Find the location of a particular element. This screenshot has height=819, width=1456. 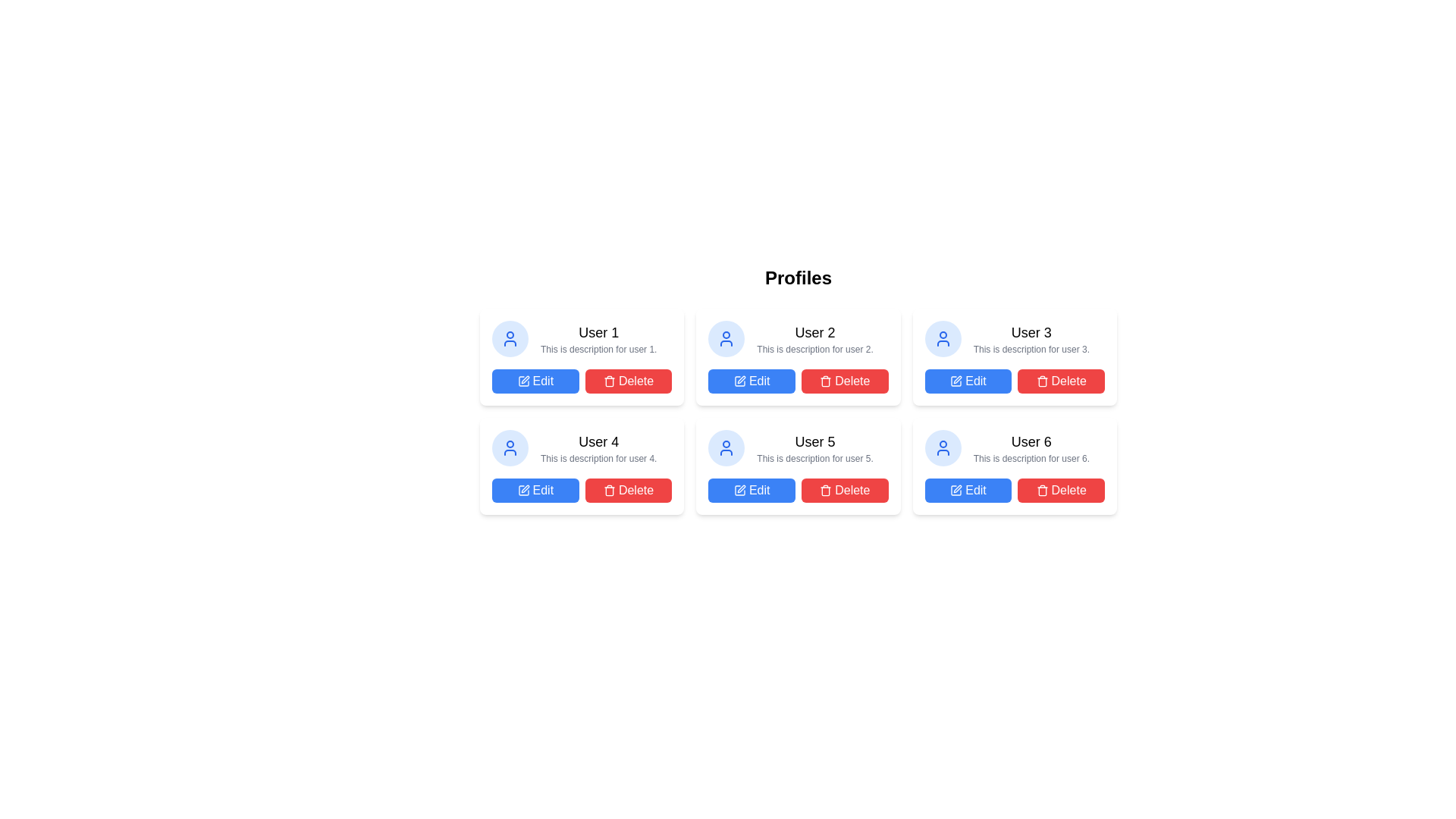

the red 'Delete' button with a trash bin icon is located at coordinates (1060, 380).